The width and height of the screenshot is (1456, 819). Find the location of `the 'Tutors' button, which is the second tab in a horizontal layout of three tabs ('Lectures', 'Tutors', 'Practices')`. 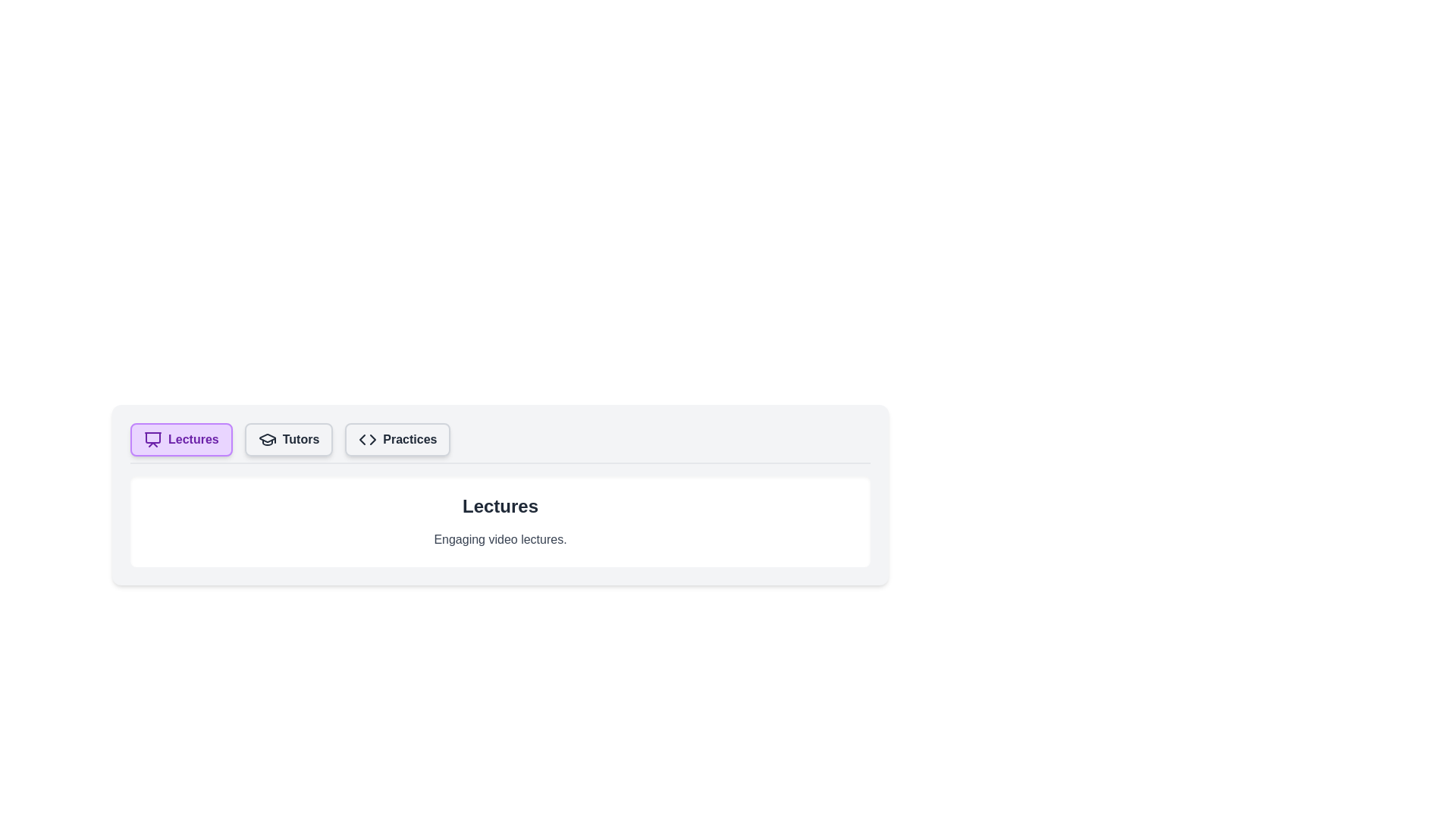

the 'Tutors' button, which is the second tab in a horizontal layout of three tabs ('Lectures', 'Tutors', 'Practices') is located at coordinates (288, 439).